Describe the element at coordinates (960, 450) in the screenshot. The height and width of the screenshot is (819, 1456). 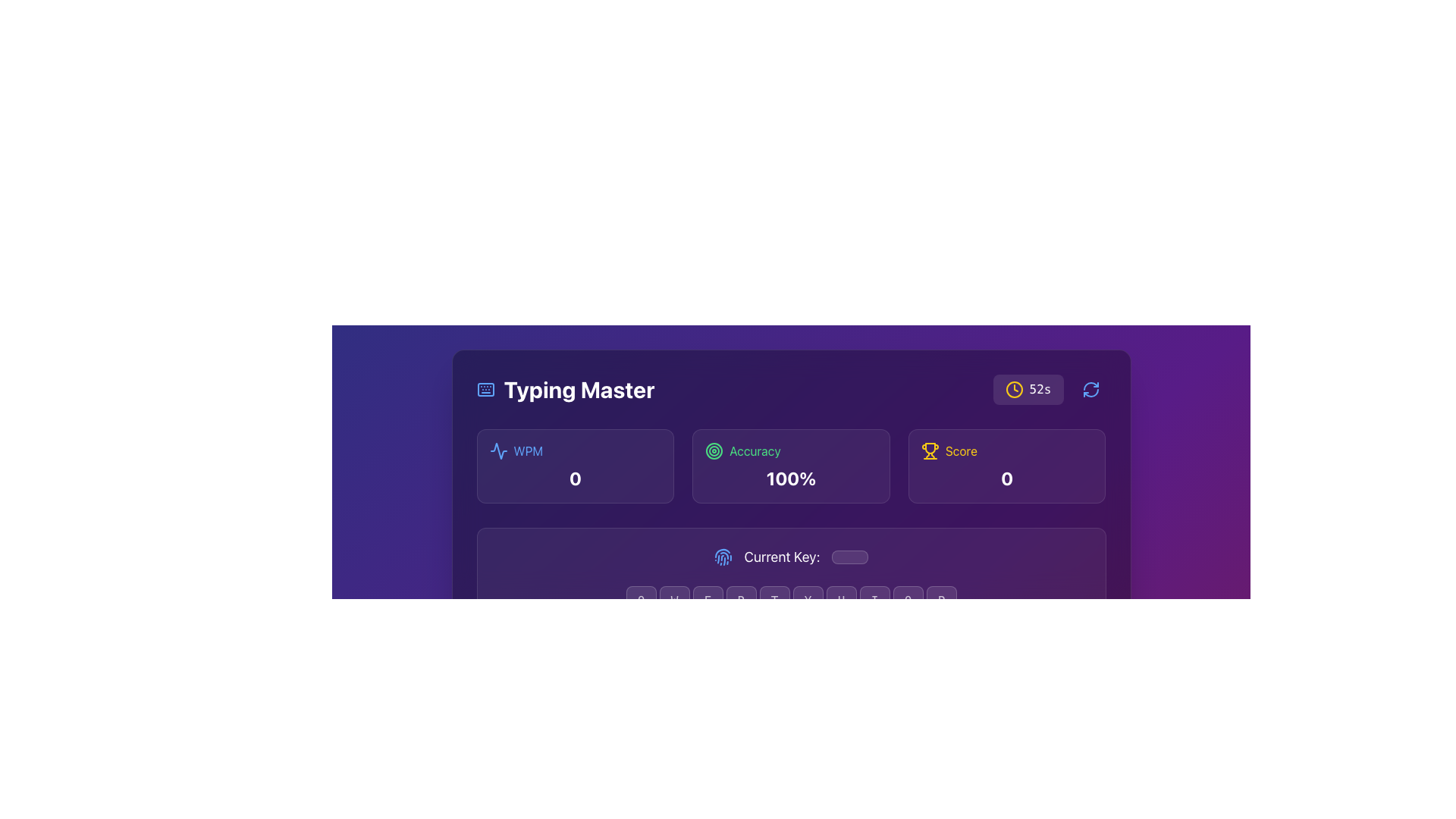
I see `the text label indicating score or points in the top-right corner of the section, which is preceded by a trophy icon` at that location.